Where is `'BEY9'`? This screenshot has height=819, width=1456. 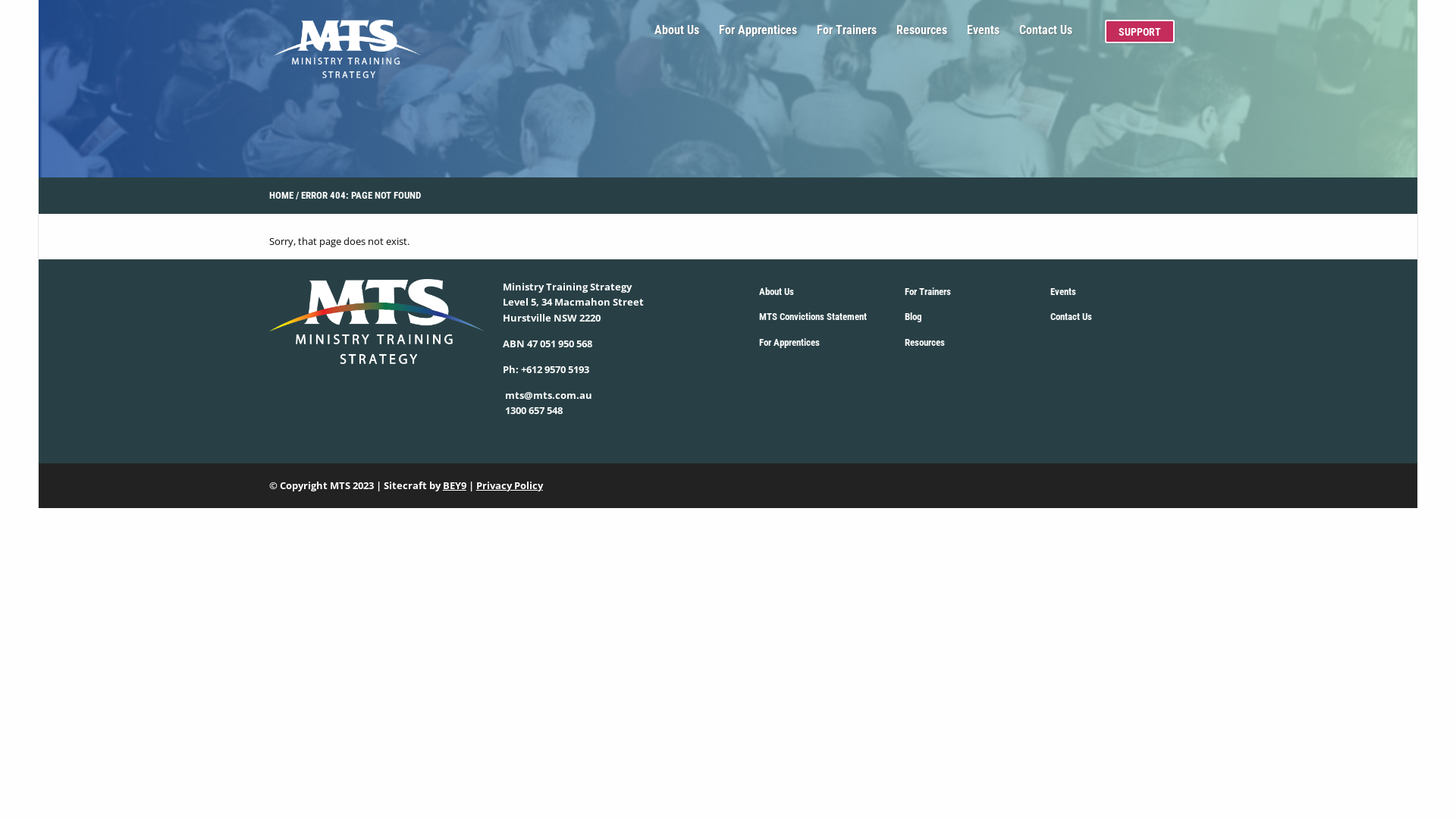 'BEY9' is located at coordinates (442, 485).